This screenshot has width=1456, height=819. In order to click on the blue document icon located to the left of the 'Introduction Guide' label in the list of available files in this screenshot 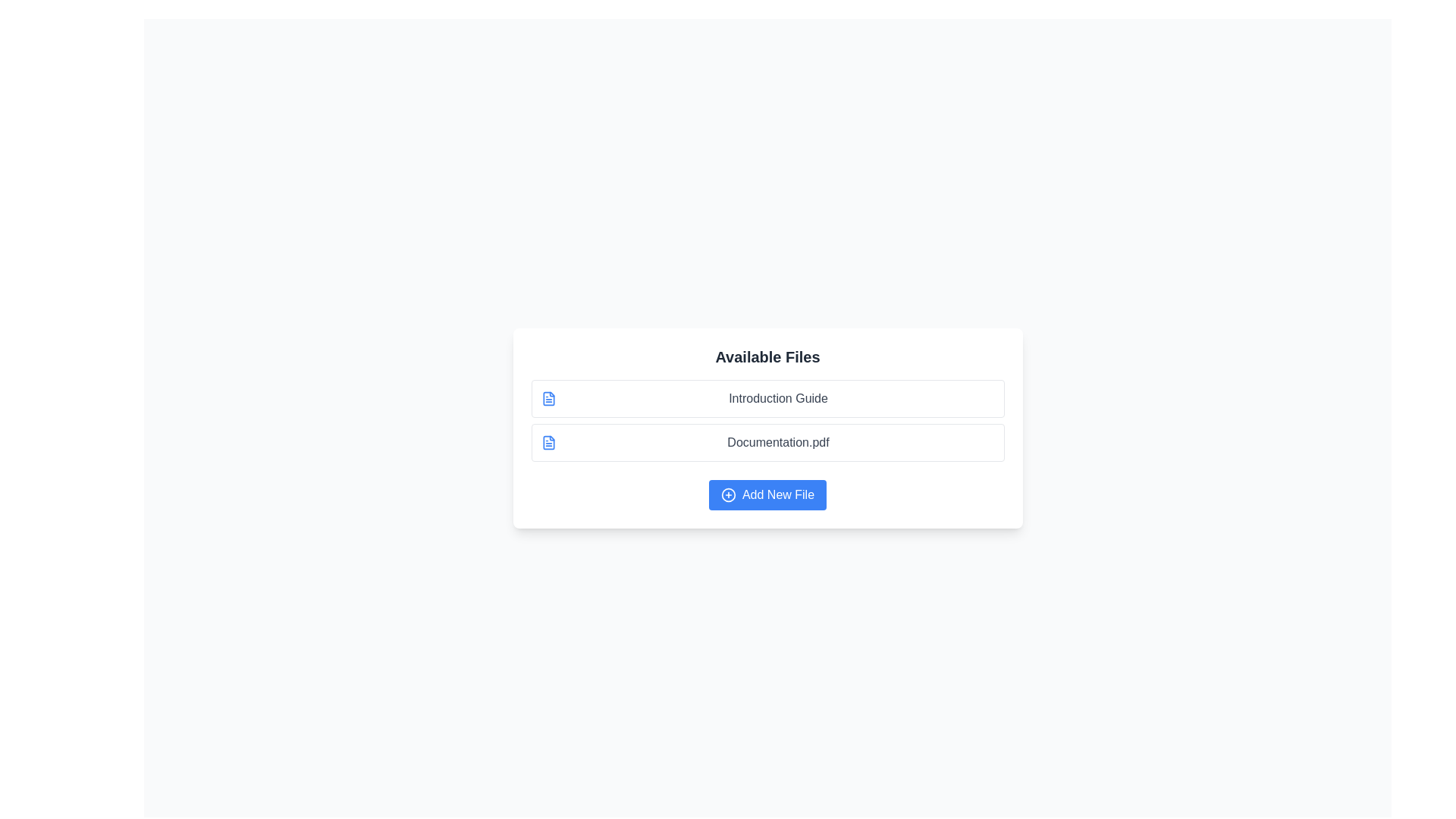, I will do `click(548, 397)`.